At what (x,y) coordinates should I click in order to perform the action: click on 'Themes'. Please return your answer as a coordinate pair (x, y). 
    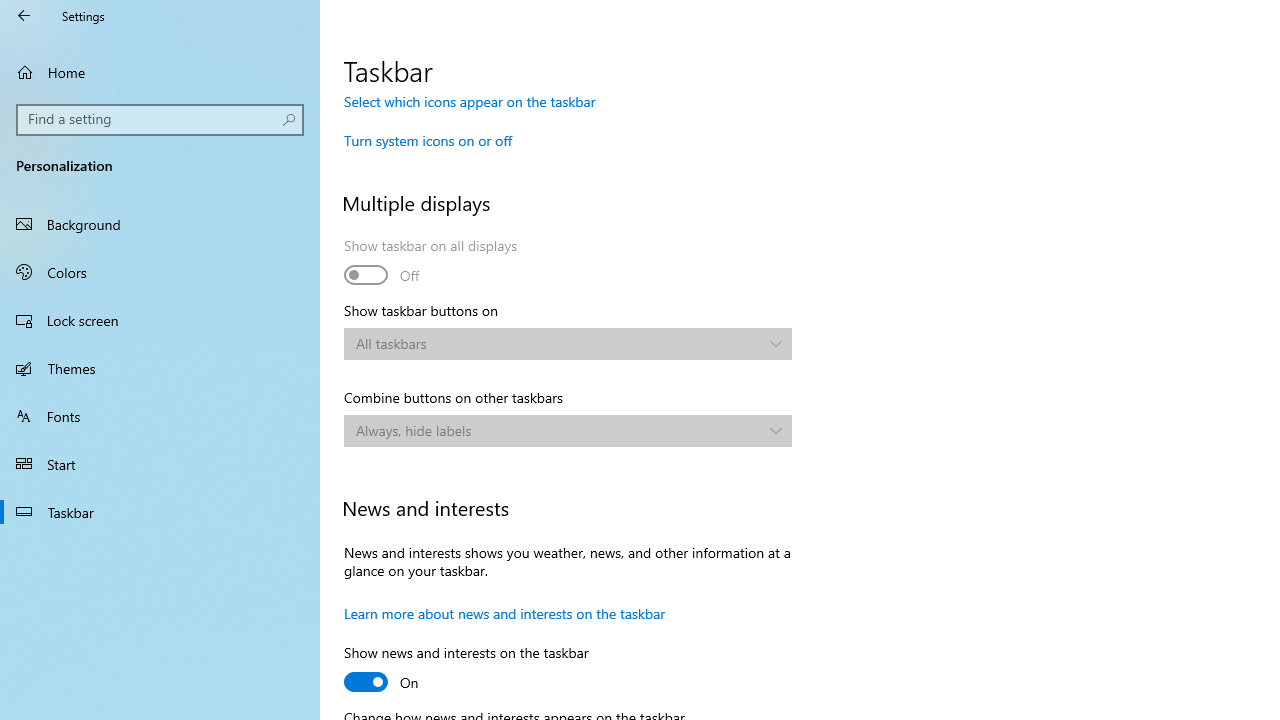
    Looking at the image, I should click on (160, 367).